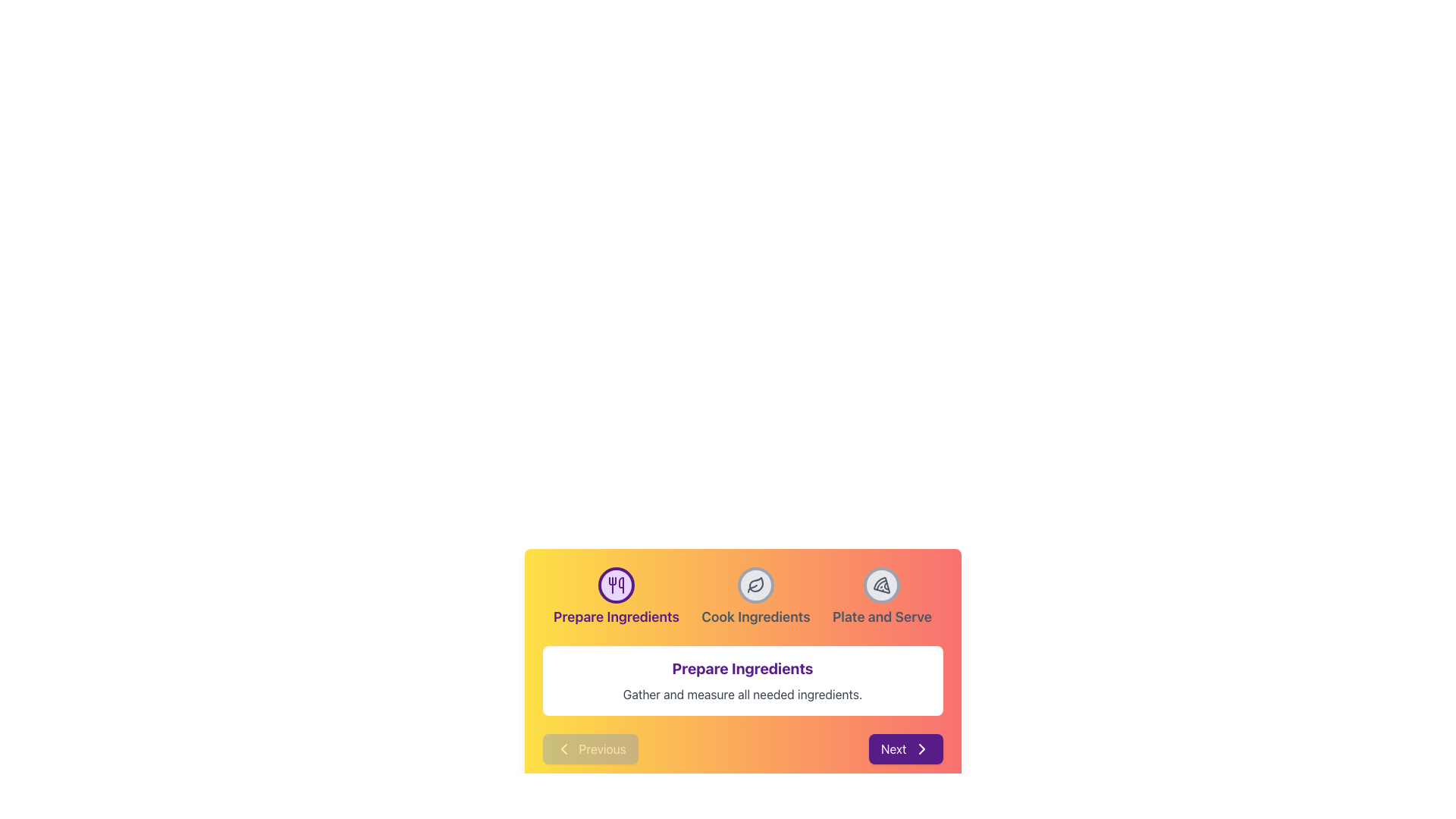 Image resolution: width=1456 pixels, height=819 pixels. I want to click on the 'Cook Ingredients' Icon Button, which is the middle icon in a row of three icons at the top of a colored panel, so click(755, 584).